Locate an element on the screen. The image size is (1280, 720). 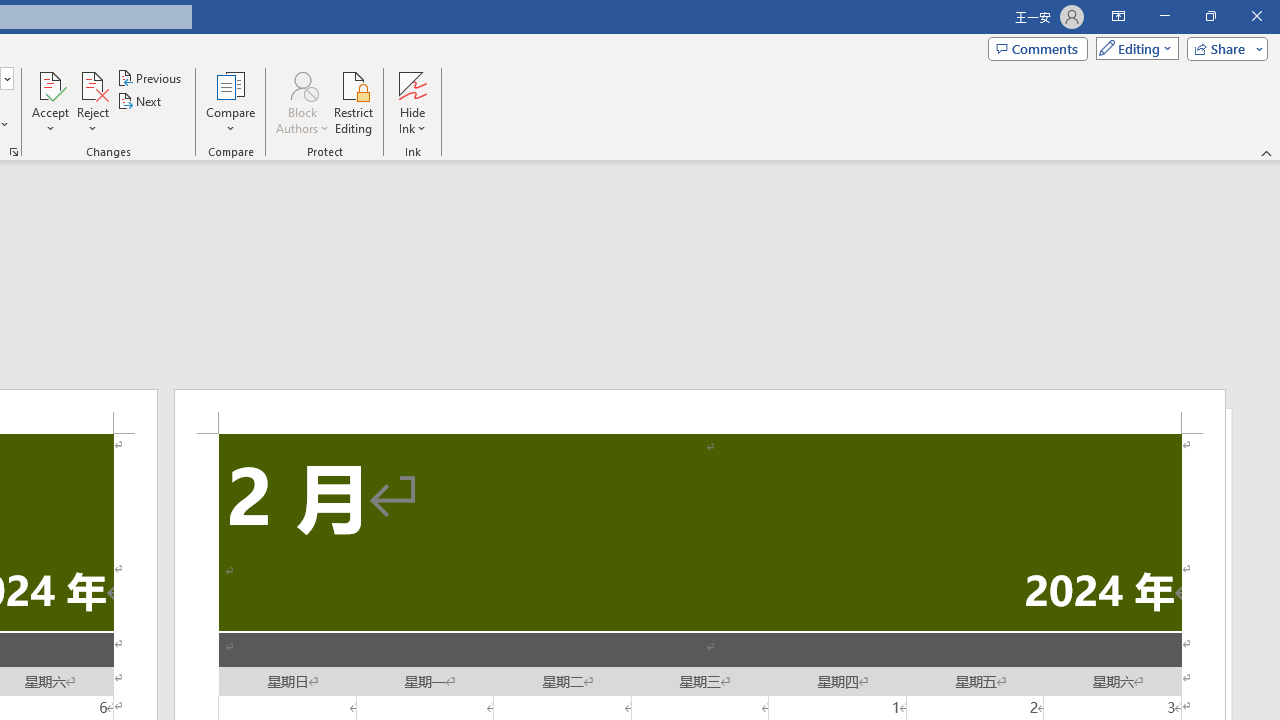
'Change Tracking Options...' is located at coordinates (14, 150).